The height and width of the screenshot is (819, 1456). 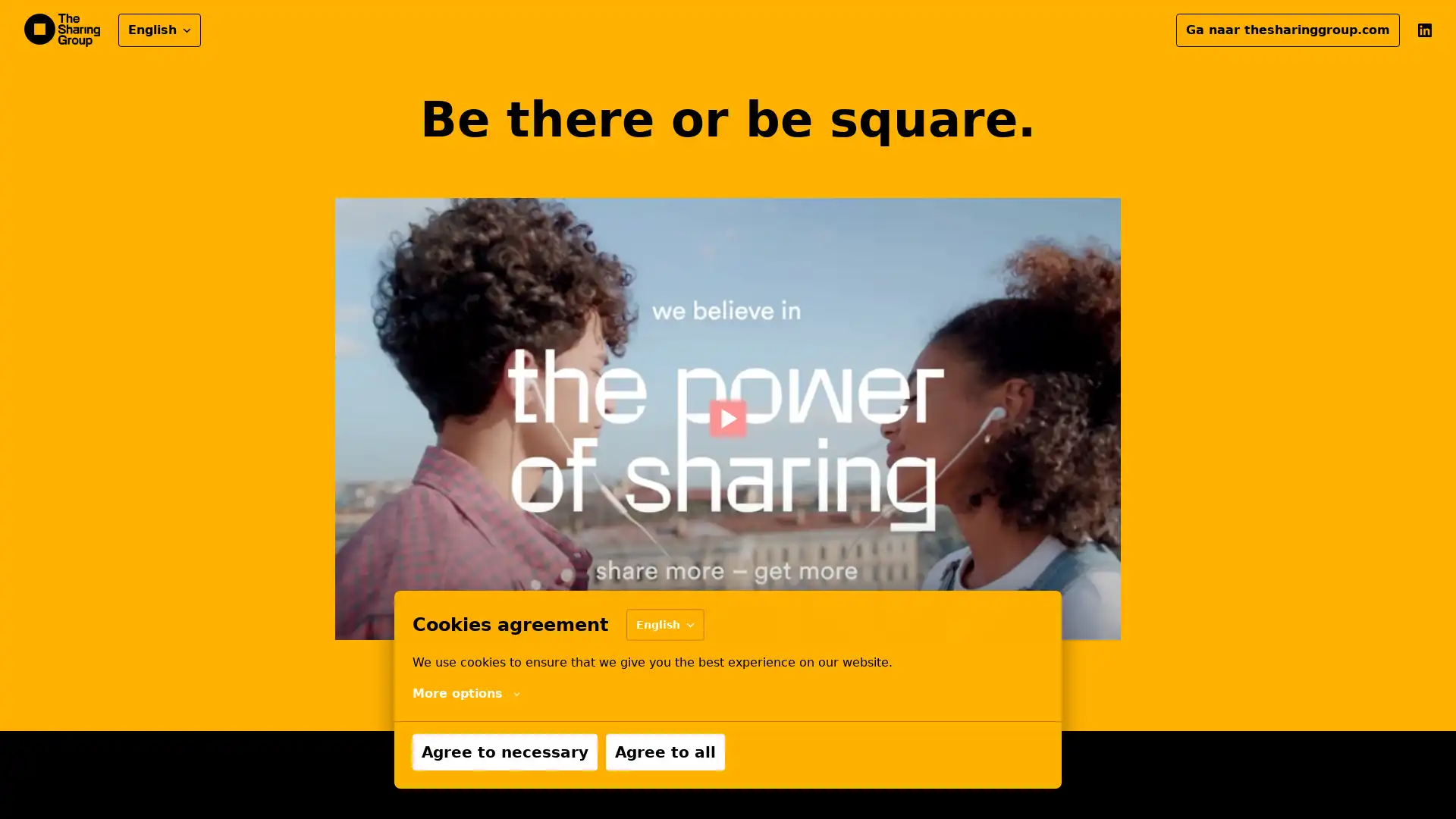 I want to click on More options, so click(x=465, y=693).